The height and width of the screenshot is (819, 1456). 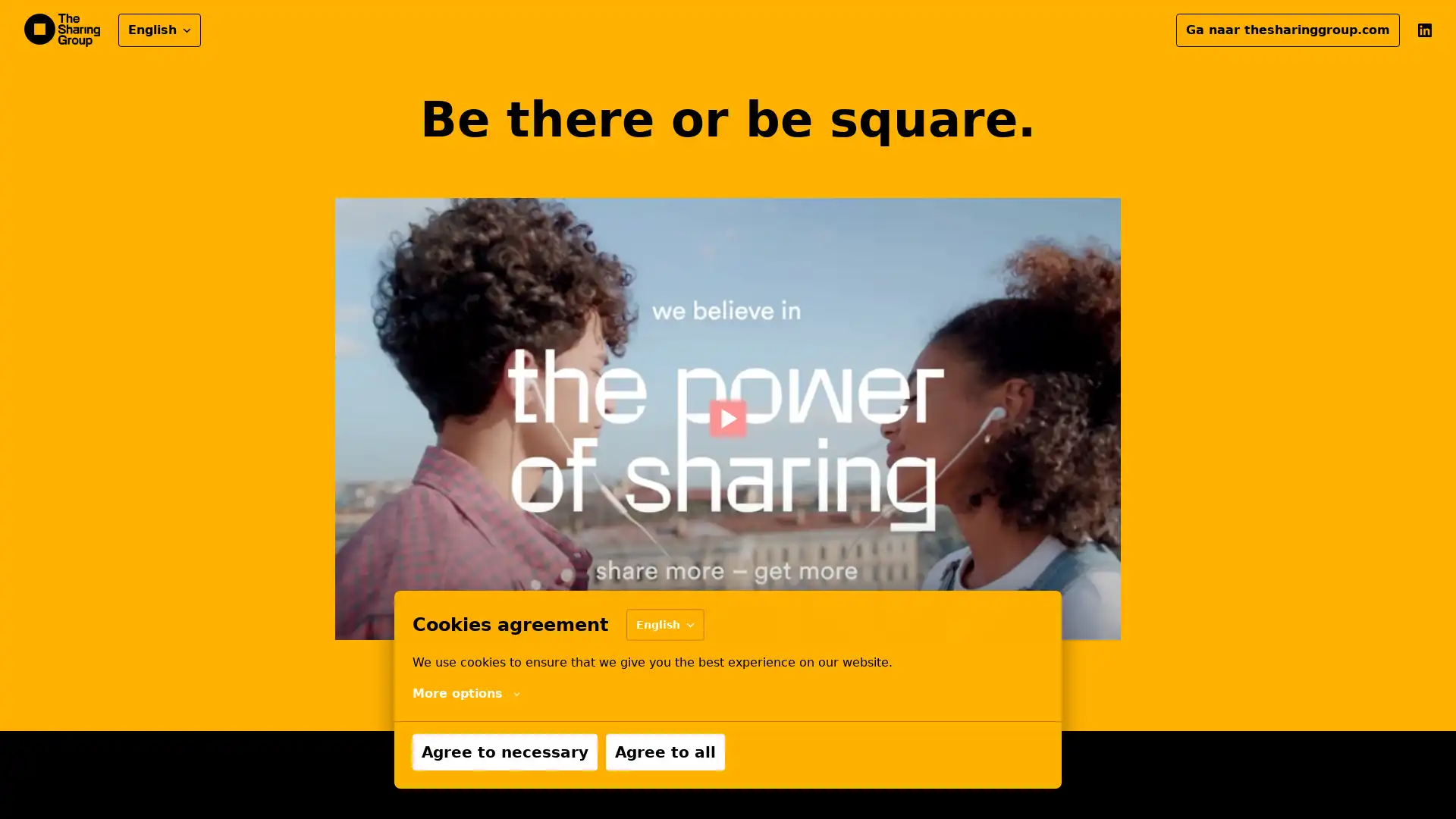 I want to click on More options, so click(x=465, y=693).